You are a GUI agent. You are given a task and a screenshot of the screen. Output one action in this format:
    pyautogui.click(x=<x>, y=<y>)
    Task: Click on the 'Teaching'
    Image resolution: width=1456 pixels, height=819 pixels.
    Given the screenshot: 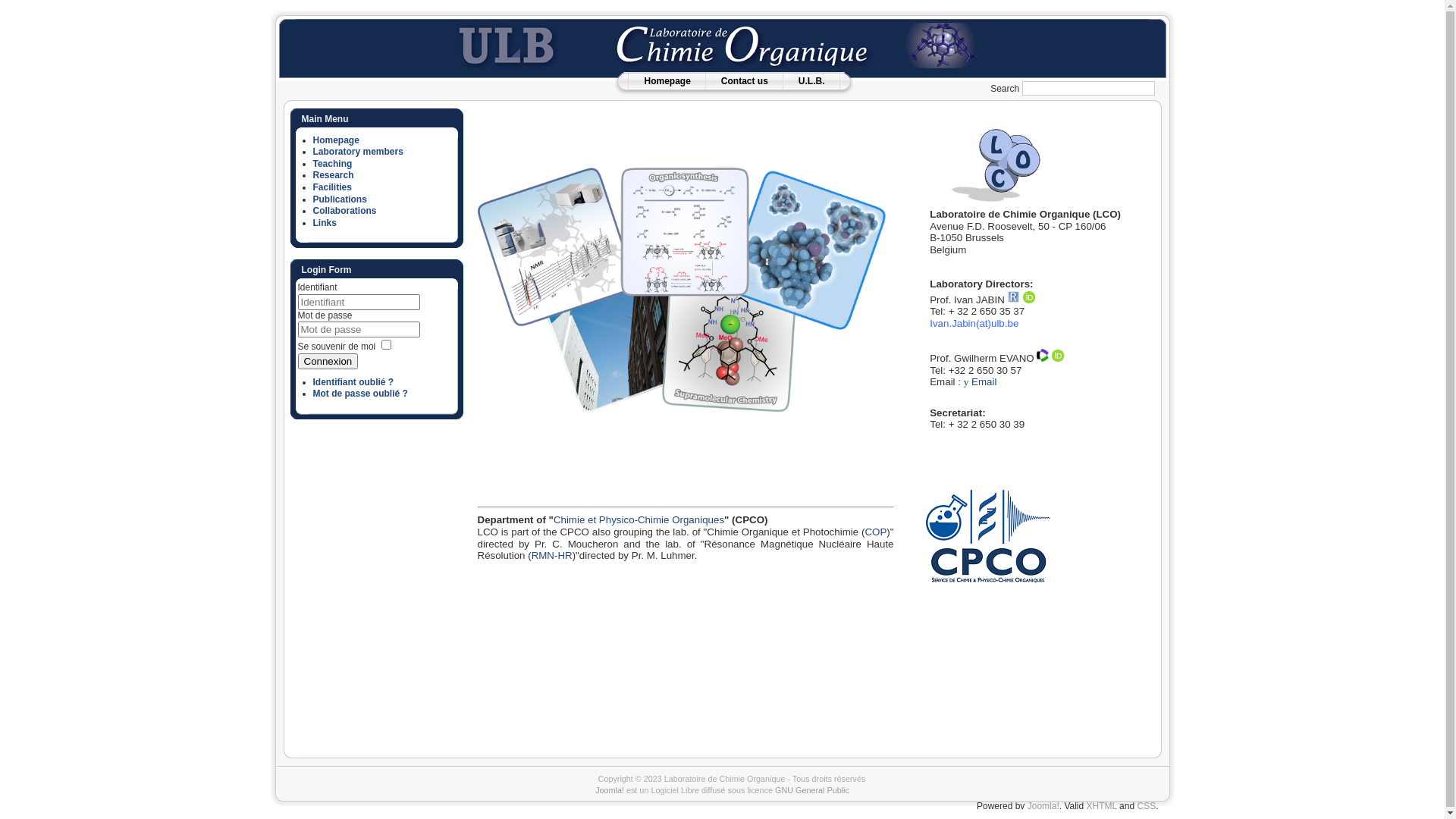 What is the action you would take?
    pyautogui.click(x=331, y=164)
    